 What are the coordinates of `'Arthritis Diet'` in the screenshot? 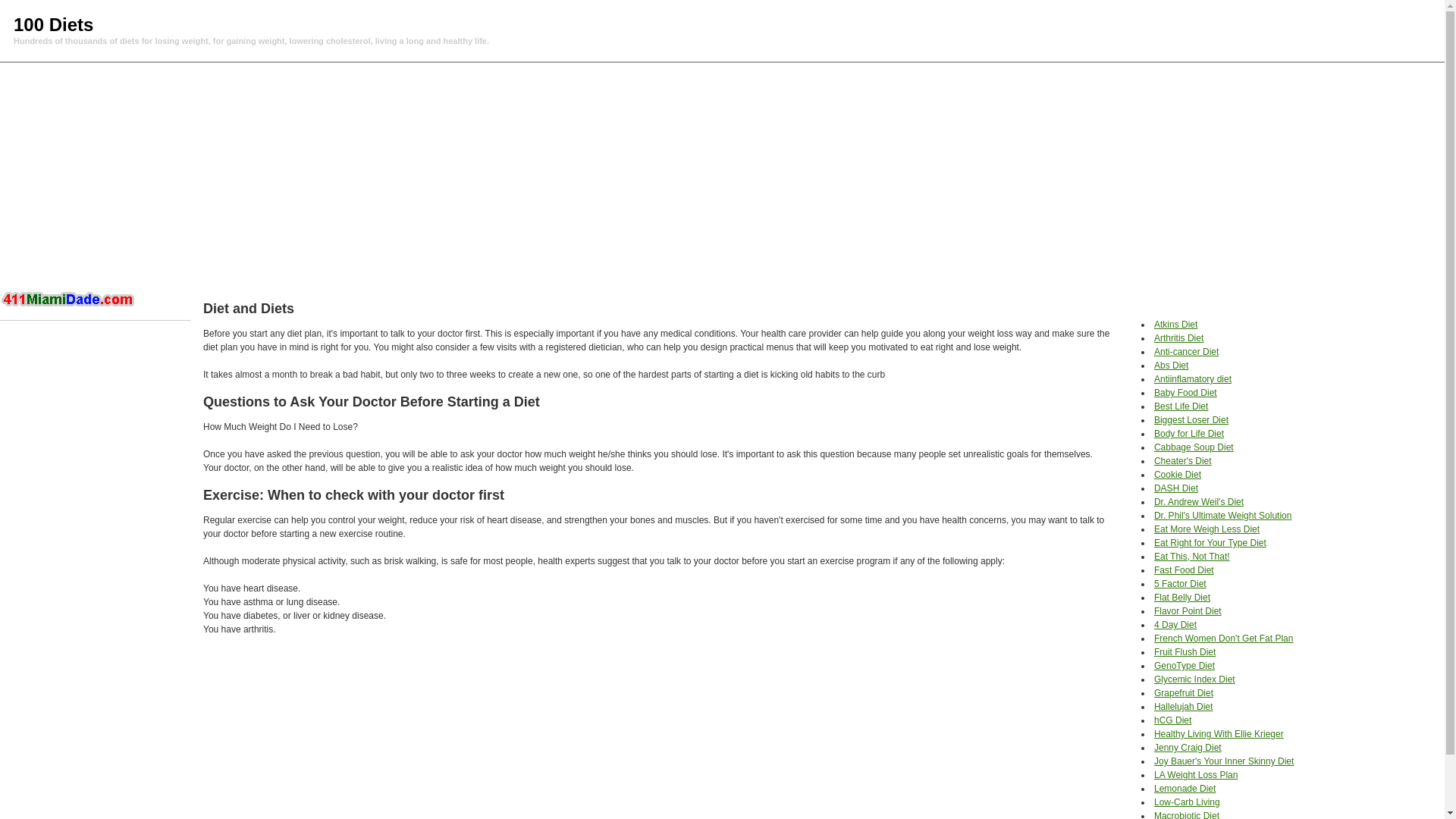 It's located at (1153, 337).